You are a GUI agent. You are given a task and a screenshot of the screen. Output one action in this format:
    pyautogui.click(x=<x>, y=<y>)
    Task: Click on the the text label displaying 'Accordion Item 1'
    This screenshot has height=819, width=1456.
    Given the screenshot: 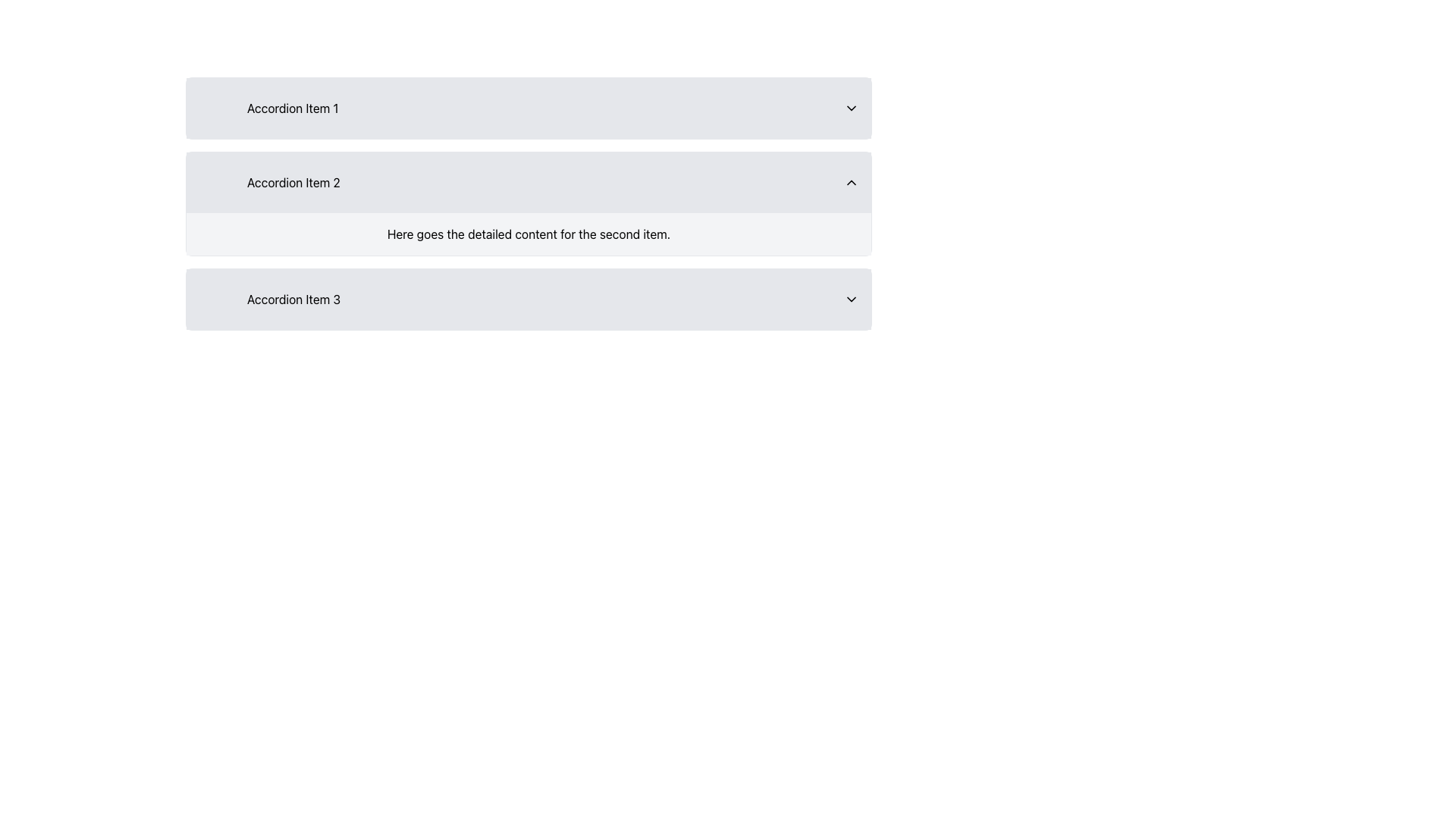 What is the action you would take?
    pyautogui.click(x=293, y=107)
    